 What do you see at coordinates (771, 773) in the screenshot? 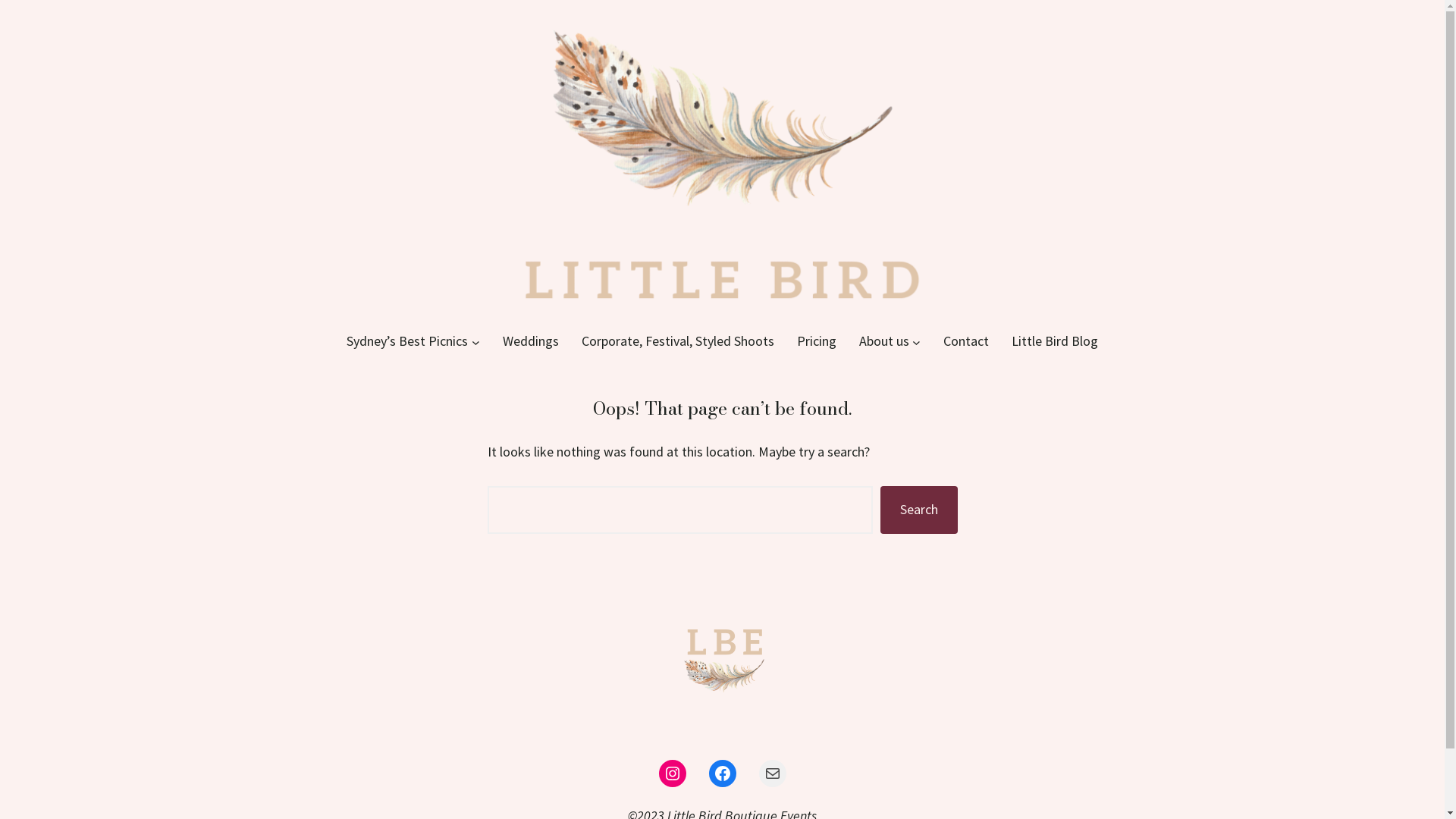
I see `'Mail'` at bounding box center [771, 773].